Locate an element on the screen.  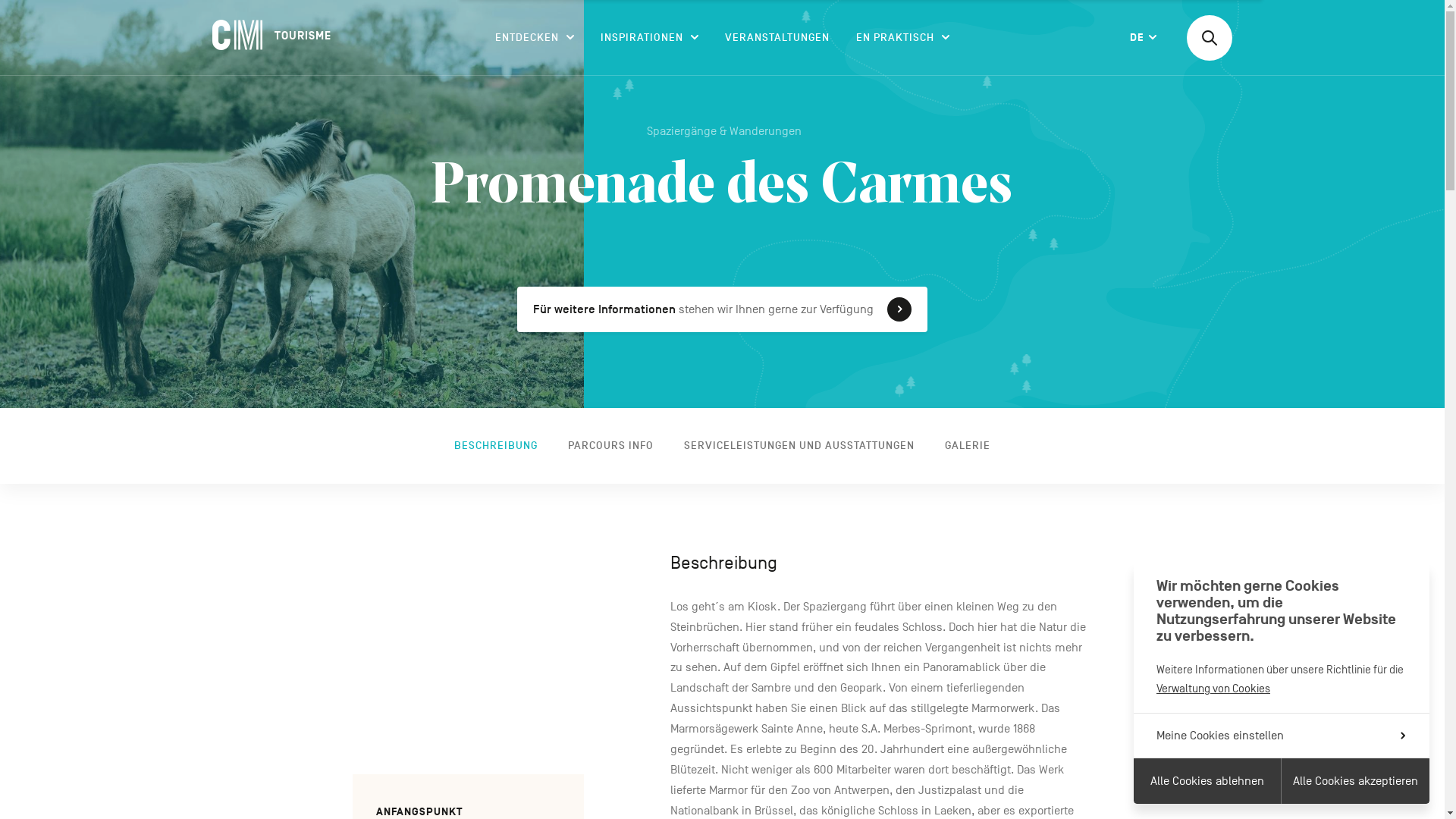
'CM Tourisme DE' is located at coordinates (273, 34).